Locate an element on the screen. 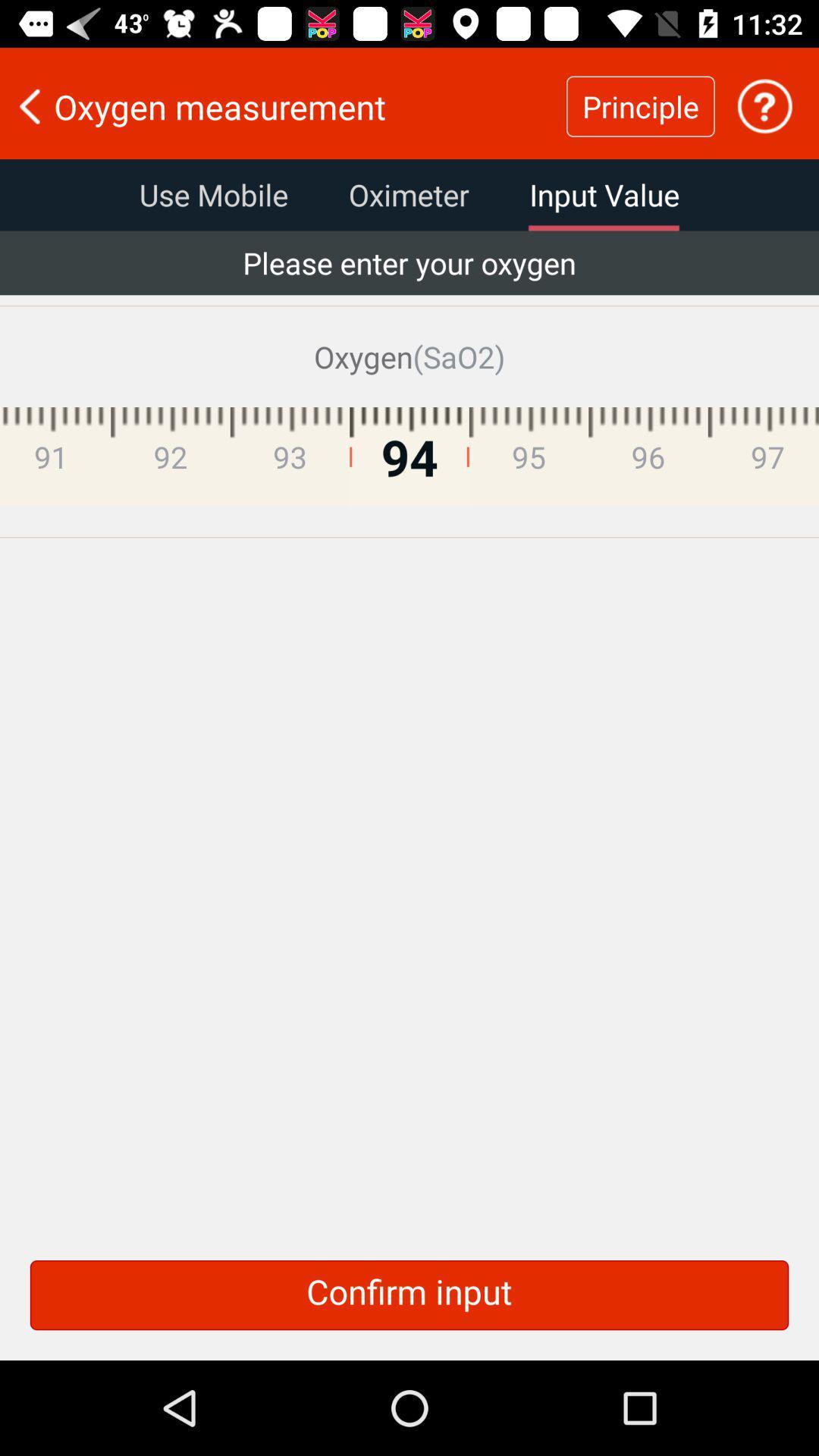 The height and width of the screenshot is (1456, 819). help is located at coordinates (764, 105).